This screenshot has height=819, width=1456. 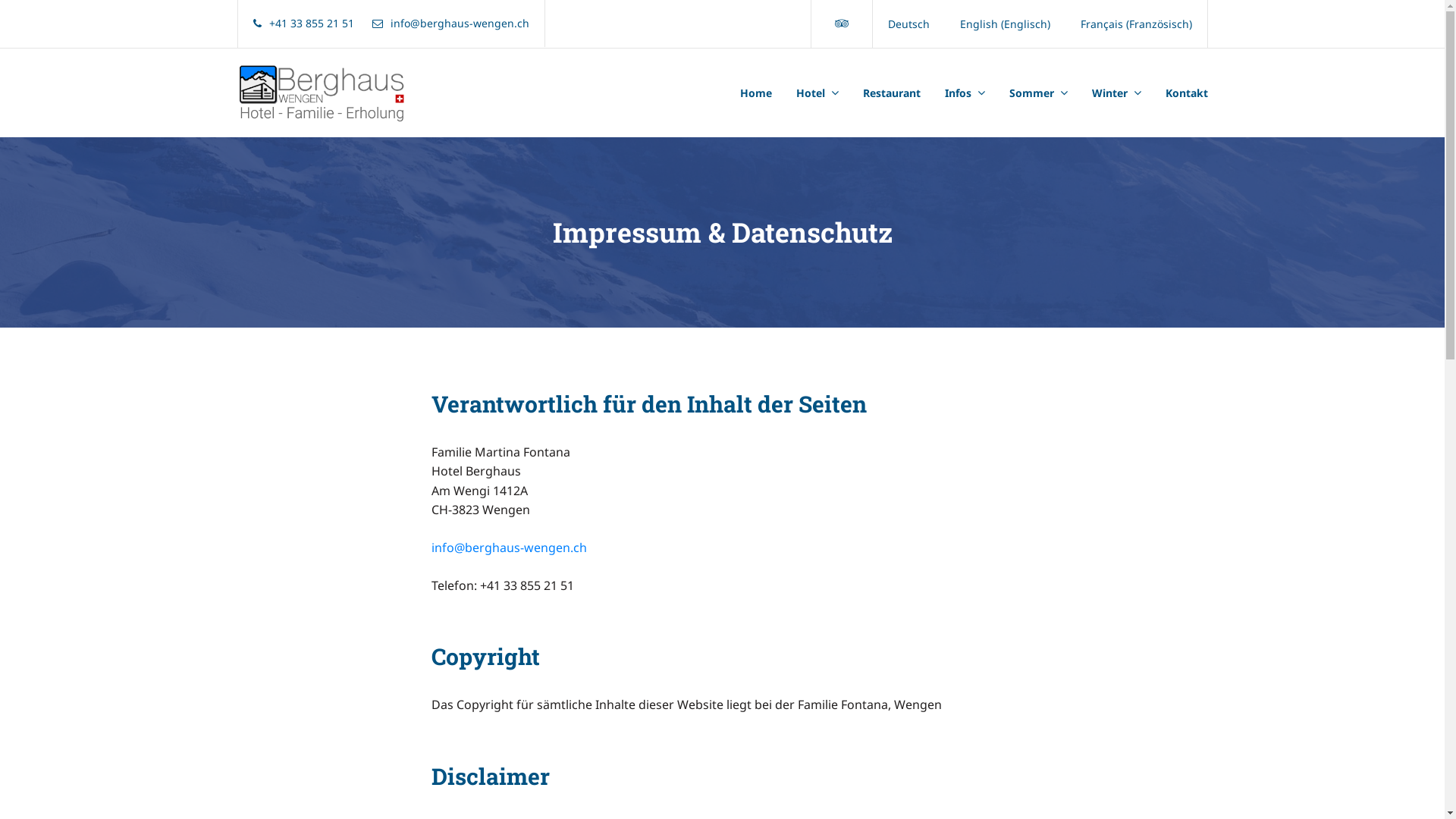 What do you see at coordinates (1178, 93) in the screenshot?
I see `'Kontakt'` at bounding box center [1178, 93].